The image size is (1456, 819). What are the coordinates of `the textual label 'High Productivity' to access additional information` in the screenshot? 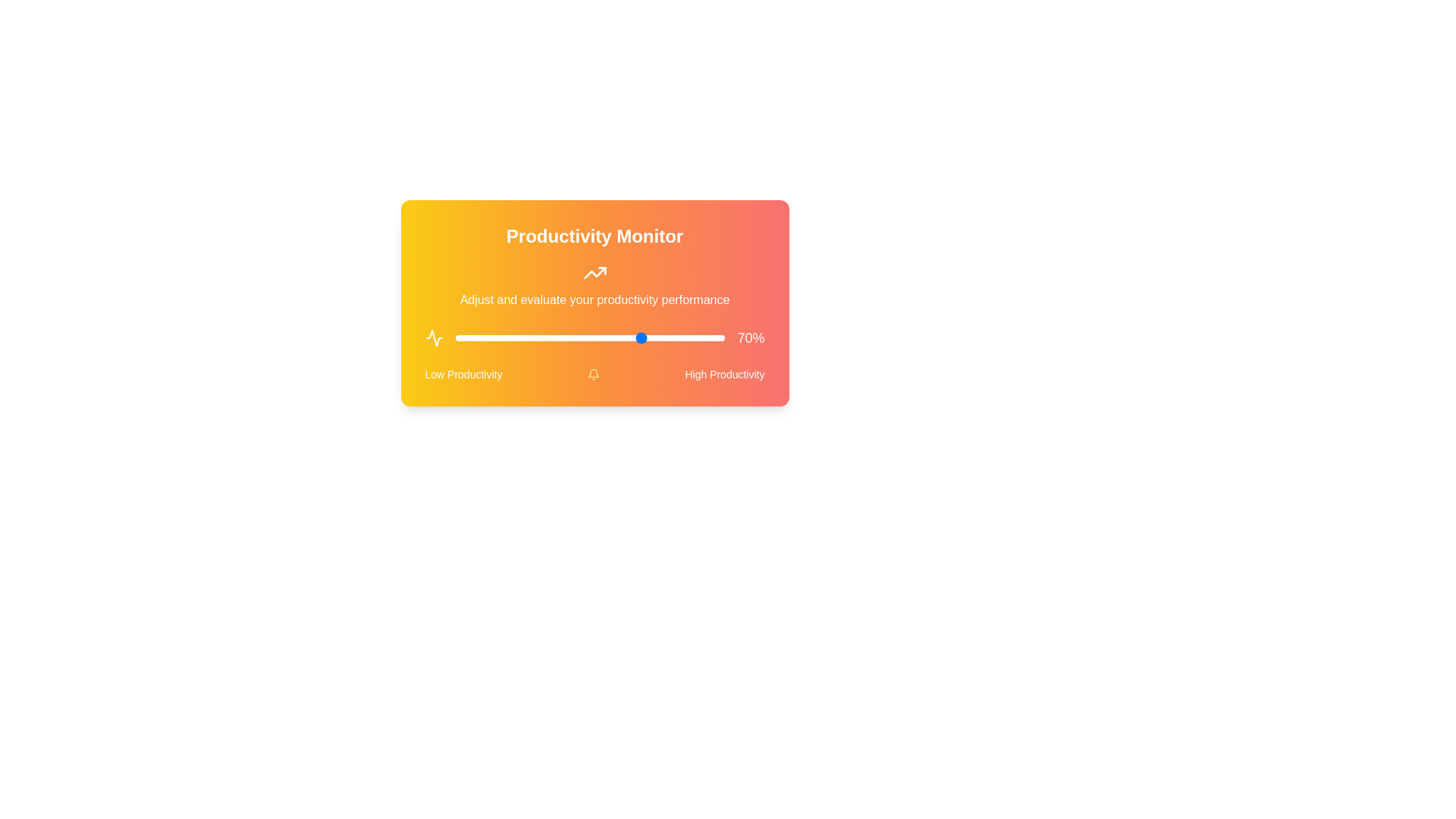 It's located at (723, 374).